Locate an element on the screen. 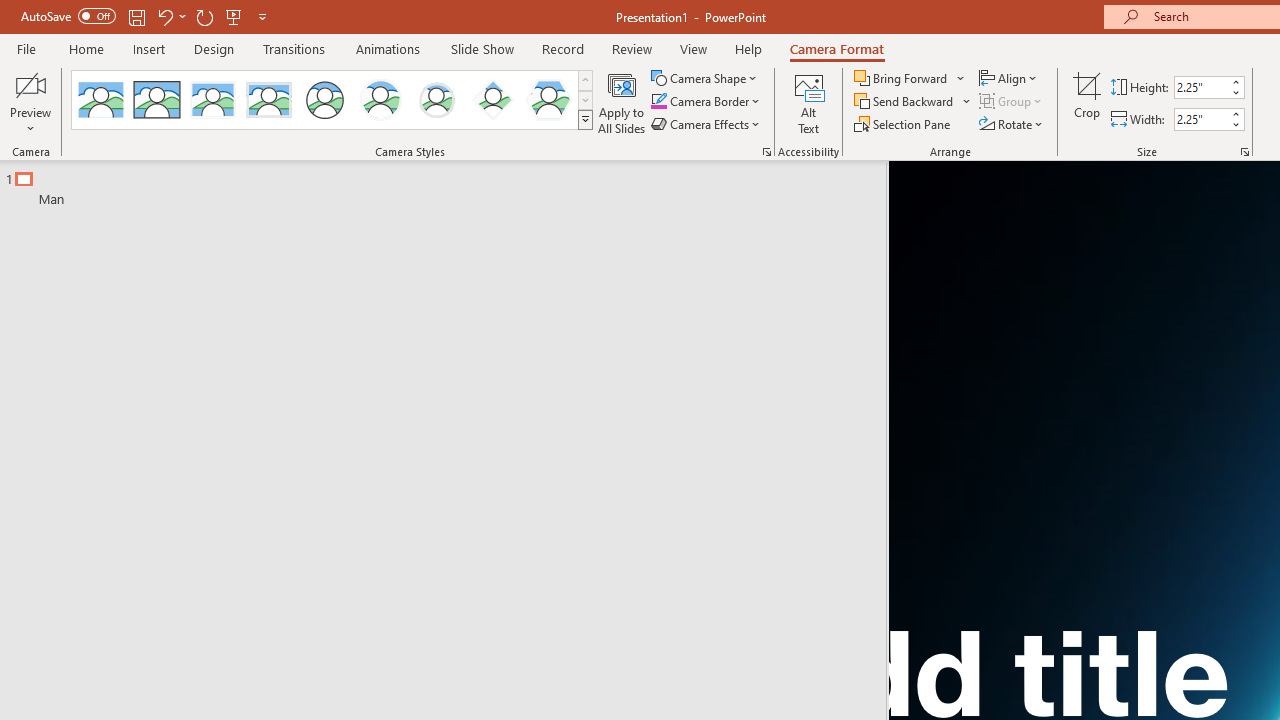  'Cameo Width' is located at coordinates (1200, 119).